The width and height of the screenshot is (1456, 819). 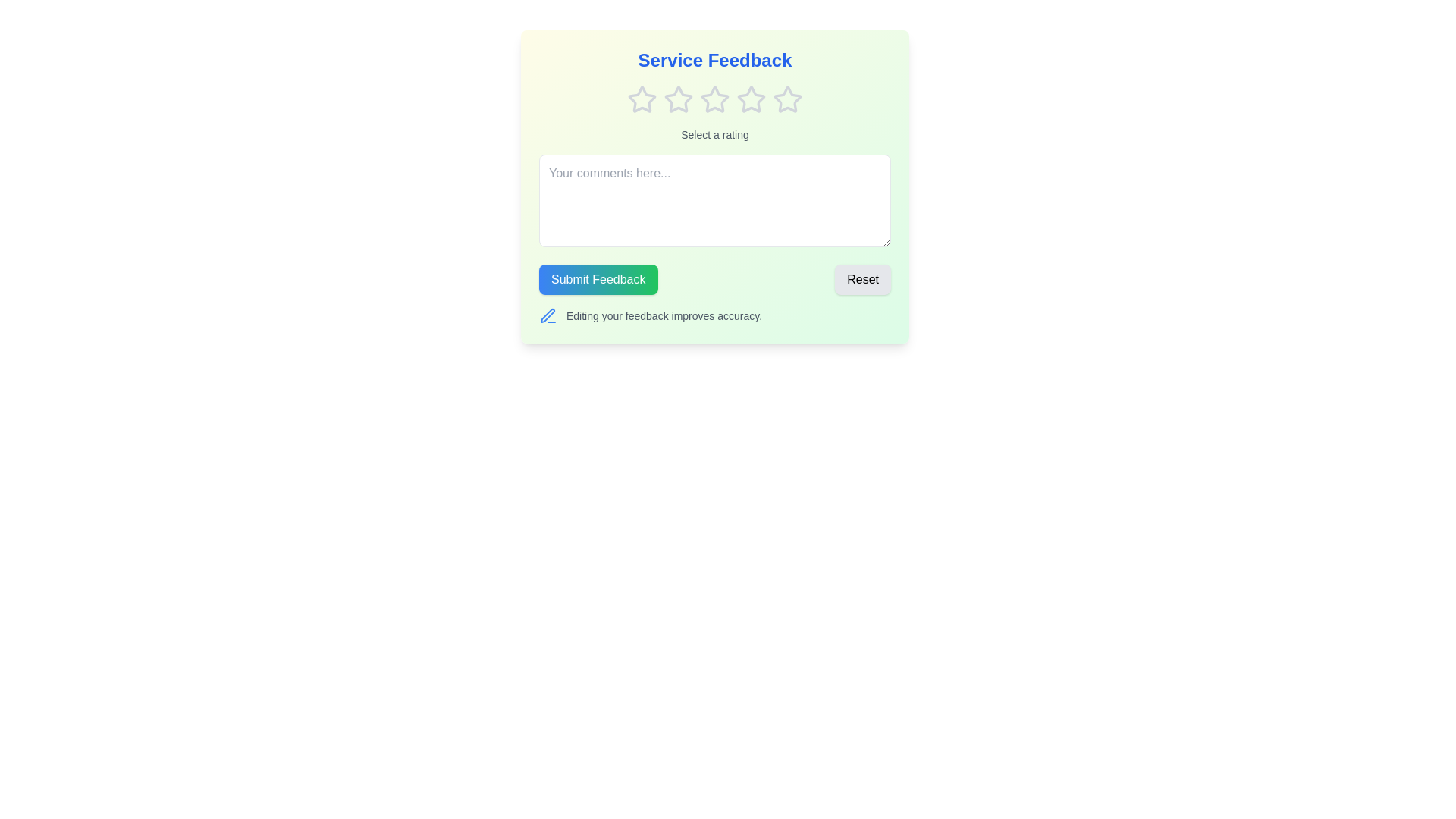 What do you see at coordinates (677, 99) in the screenshot?
I see `the second star icon in the rating section` at bounding box center [677, 99].